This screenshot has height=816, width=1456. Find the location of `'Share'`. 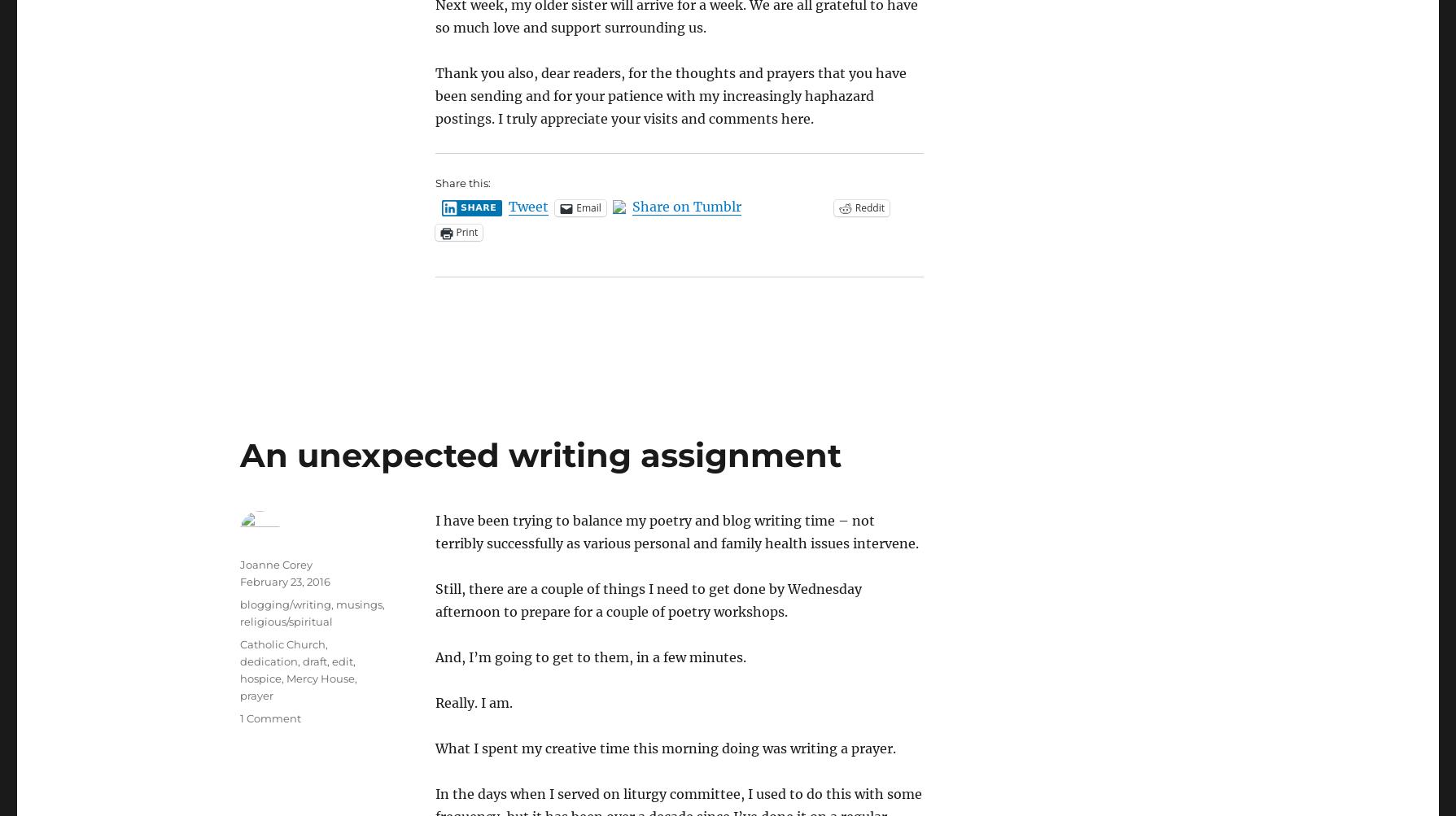

'Share' is located at coordinates (478, 207).